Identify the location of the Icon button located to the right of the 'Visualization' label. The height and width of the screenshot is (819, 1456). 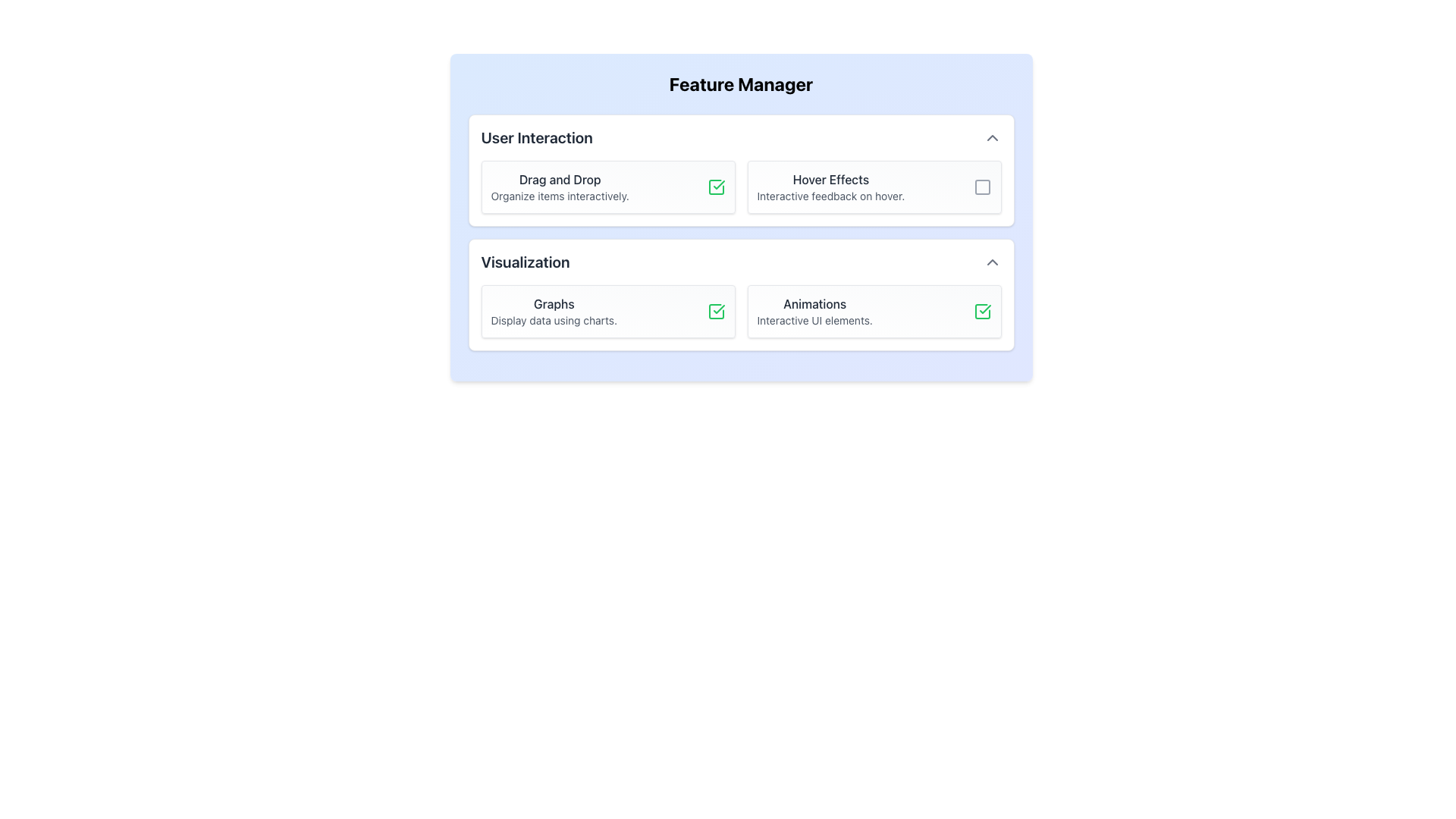
(992, 262).